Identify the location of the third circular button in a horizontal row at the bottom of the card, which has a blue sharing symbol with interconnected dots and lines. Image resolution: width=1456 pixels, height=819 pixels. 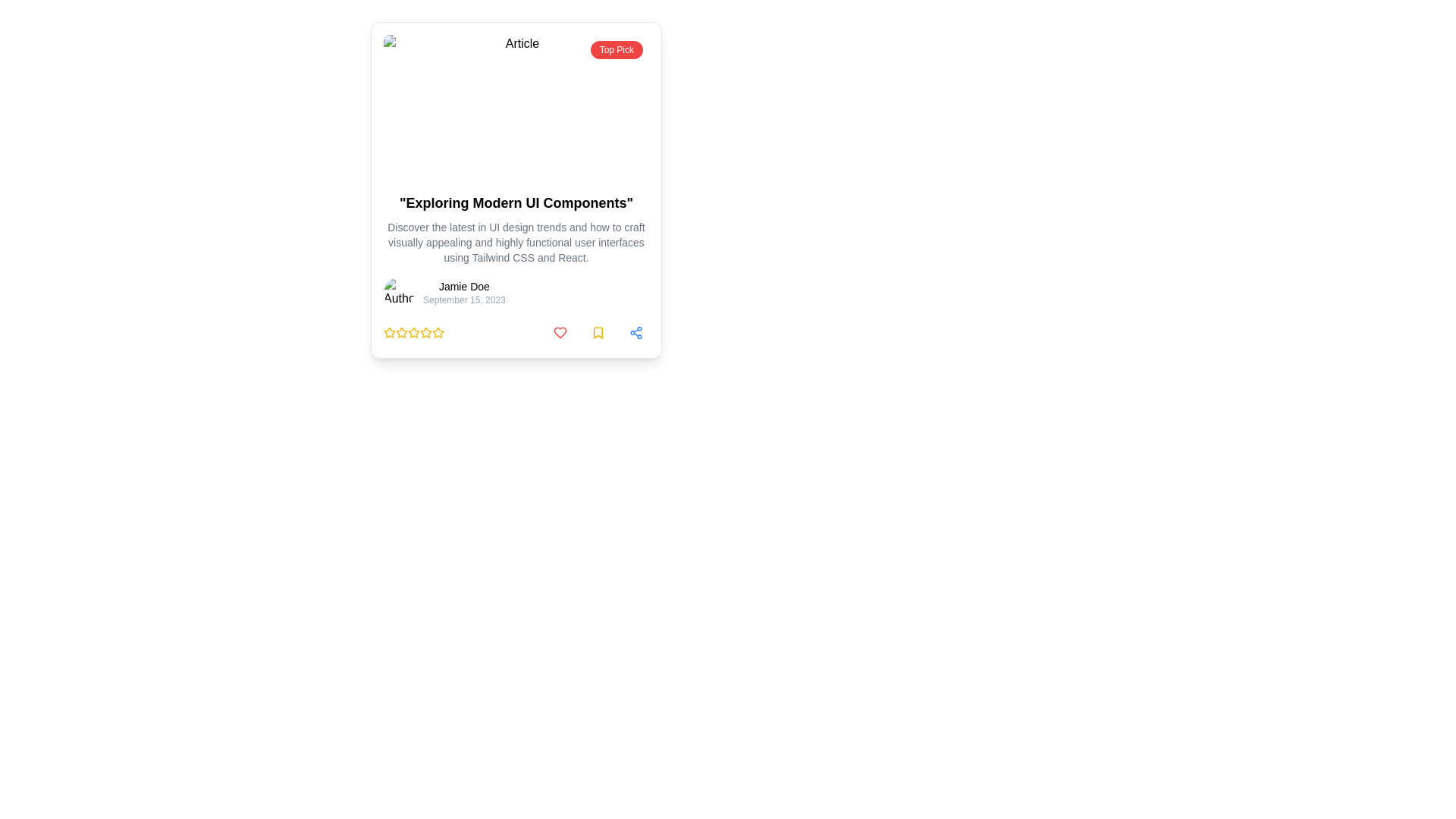
(636, 332).